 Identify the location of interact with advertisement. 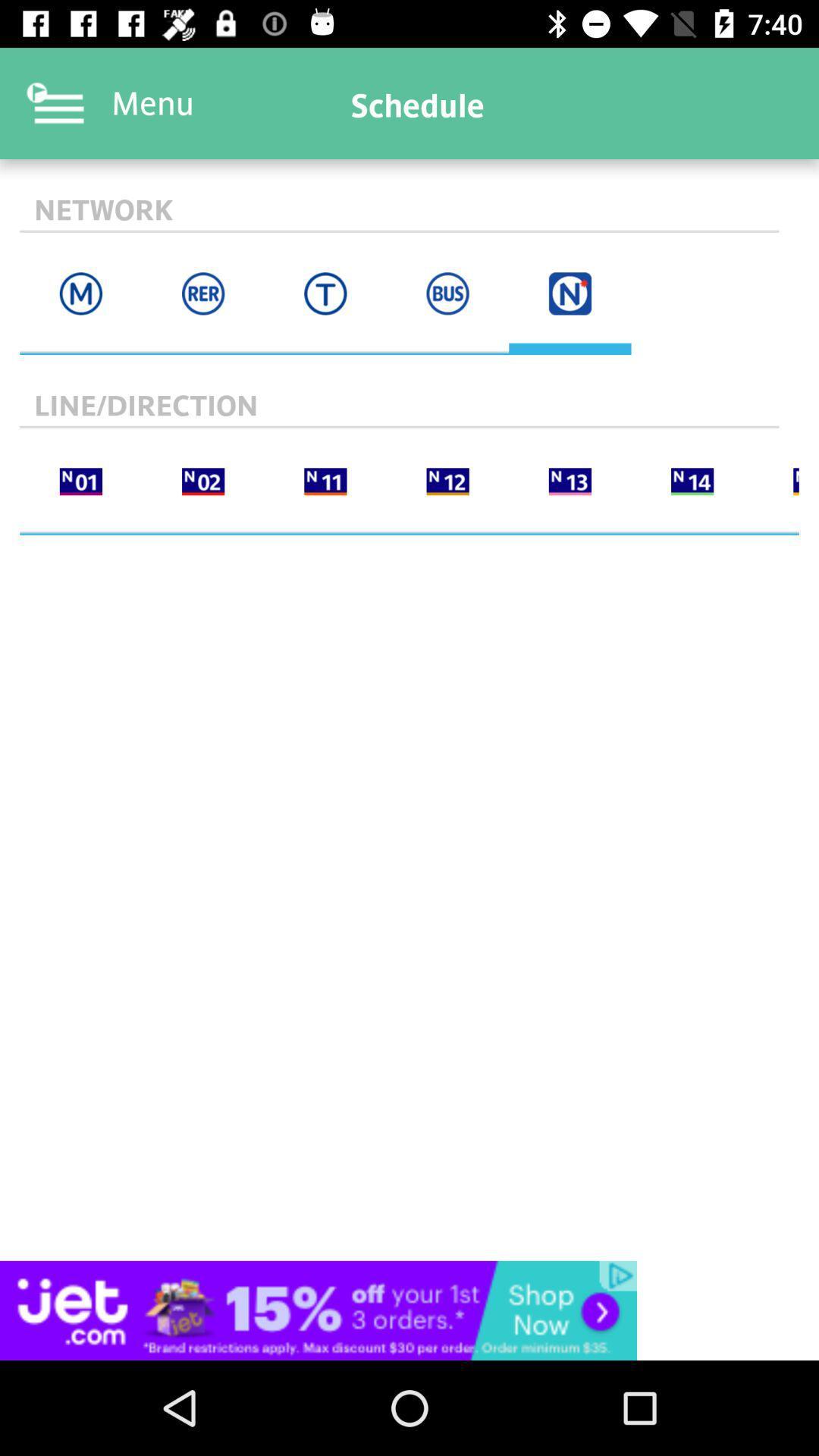
(409, 1310).